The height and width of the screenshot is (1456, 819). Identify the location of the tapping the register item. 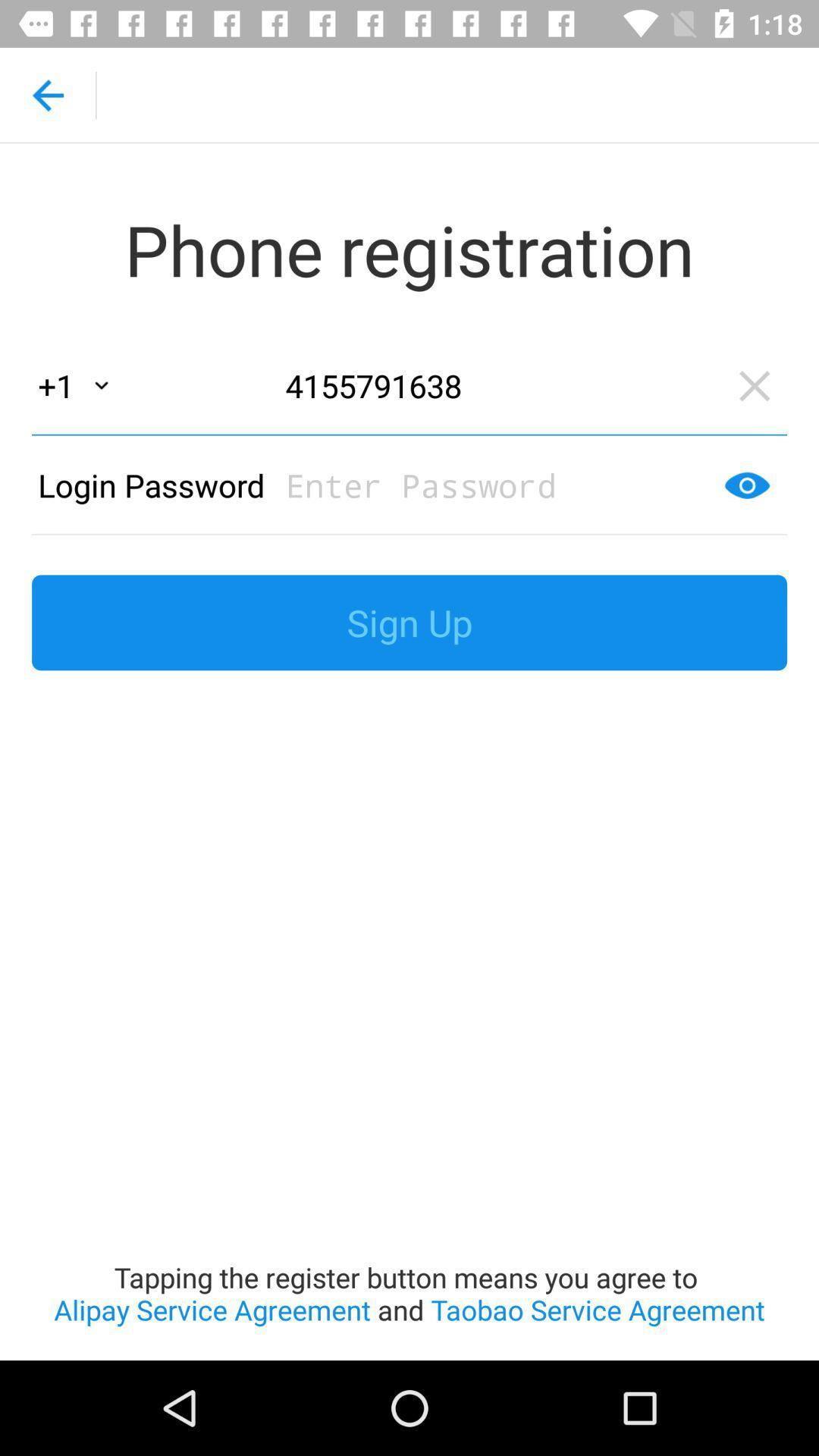
(409, 1025).